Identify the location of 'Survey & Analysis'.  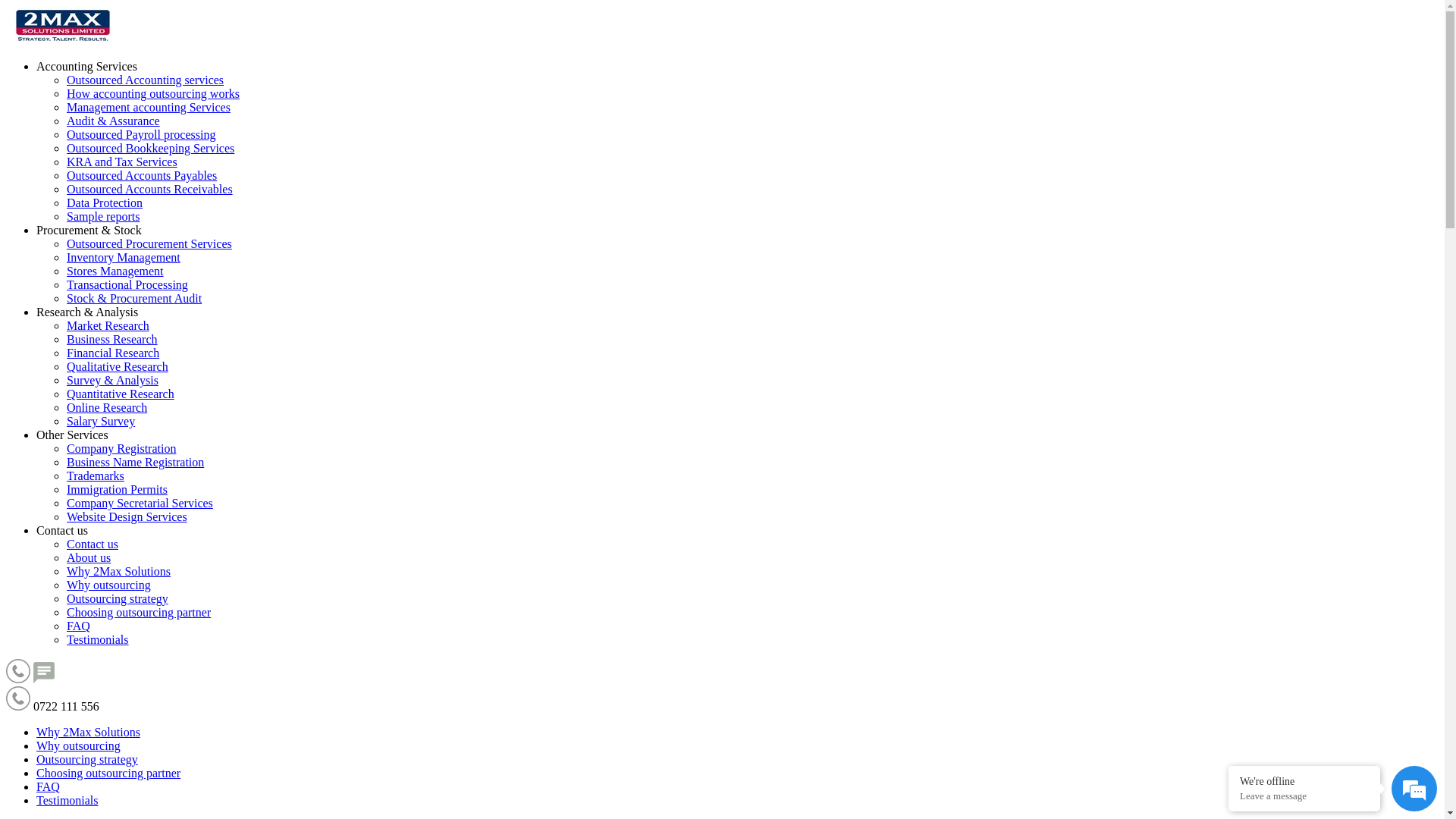
(111, 379).